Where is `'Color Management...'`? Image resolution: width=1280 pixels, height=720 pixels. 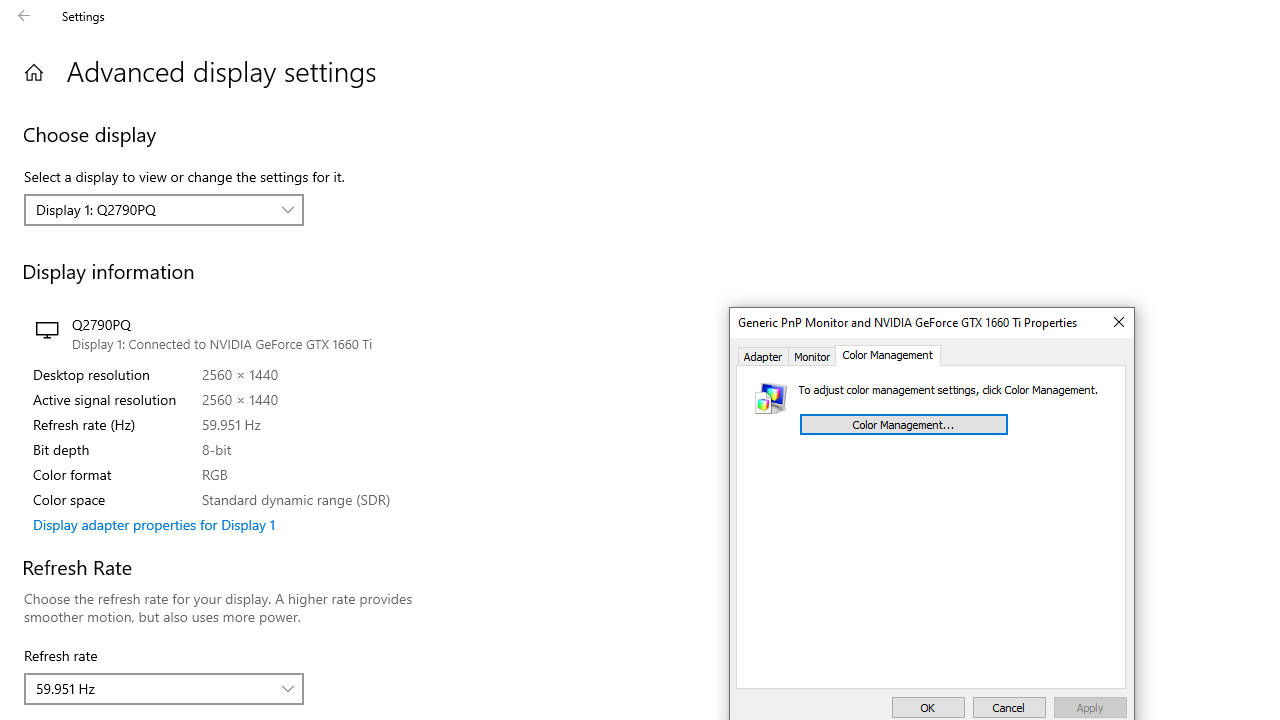
'Color Management...' is located at coordinates (902, 423).